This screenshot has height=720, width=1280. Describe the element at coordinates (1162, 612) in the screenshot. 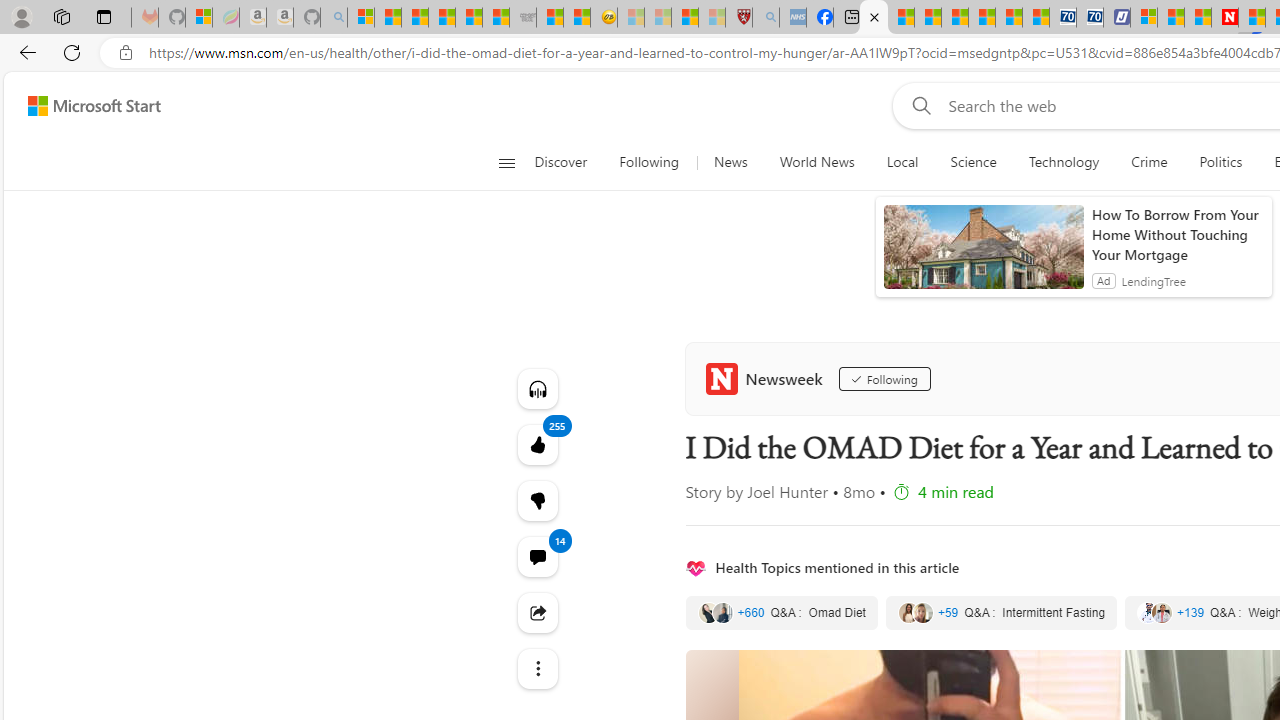

I see `'Class: quote-thumbnail'` at that location.